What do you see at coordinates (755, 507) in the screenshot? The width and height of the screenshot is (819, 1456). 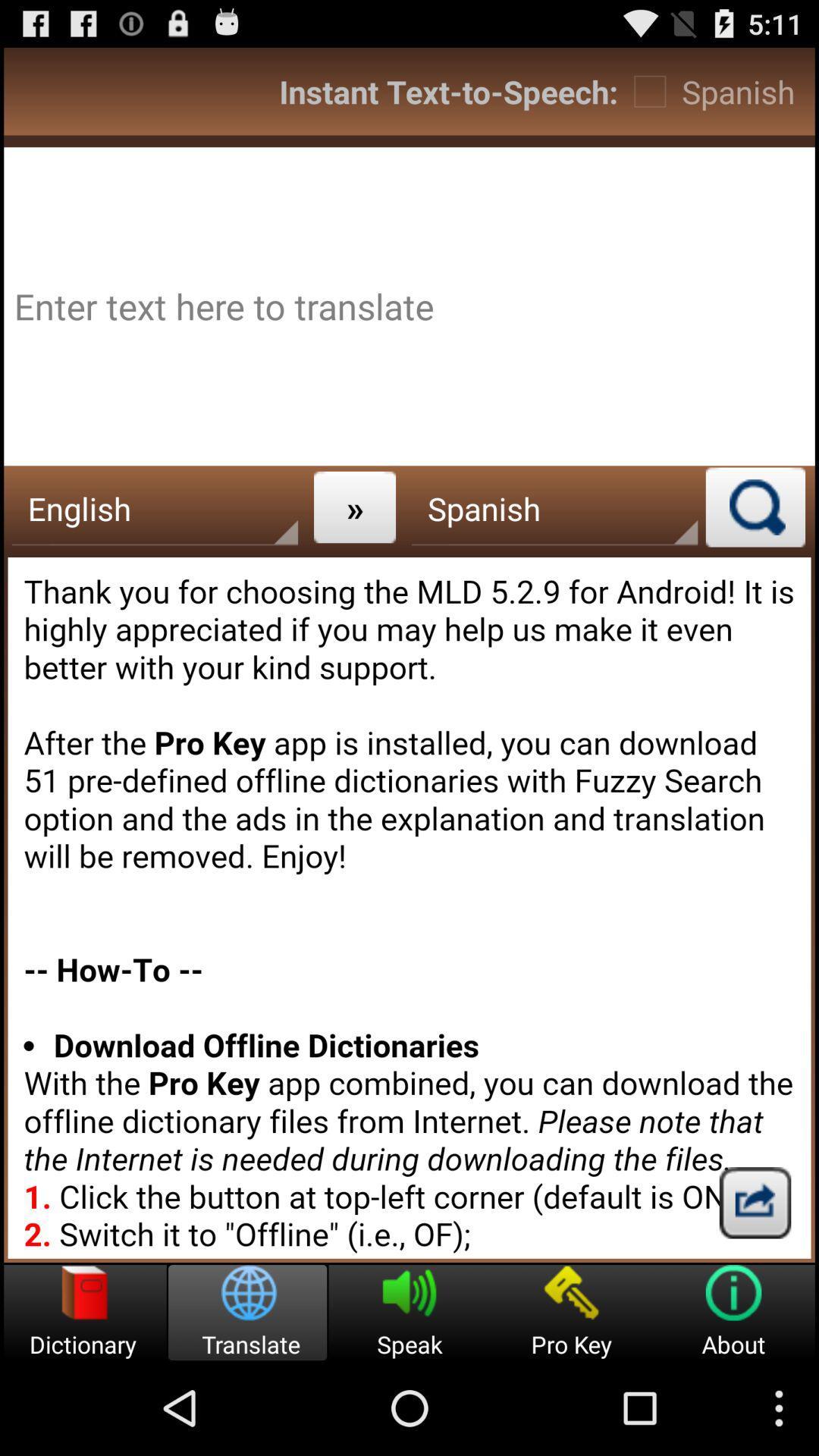 I see `zoom page` at bounding box center [755, 507].